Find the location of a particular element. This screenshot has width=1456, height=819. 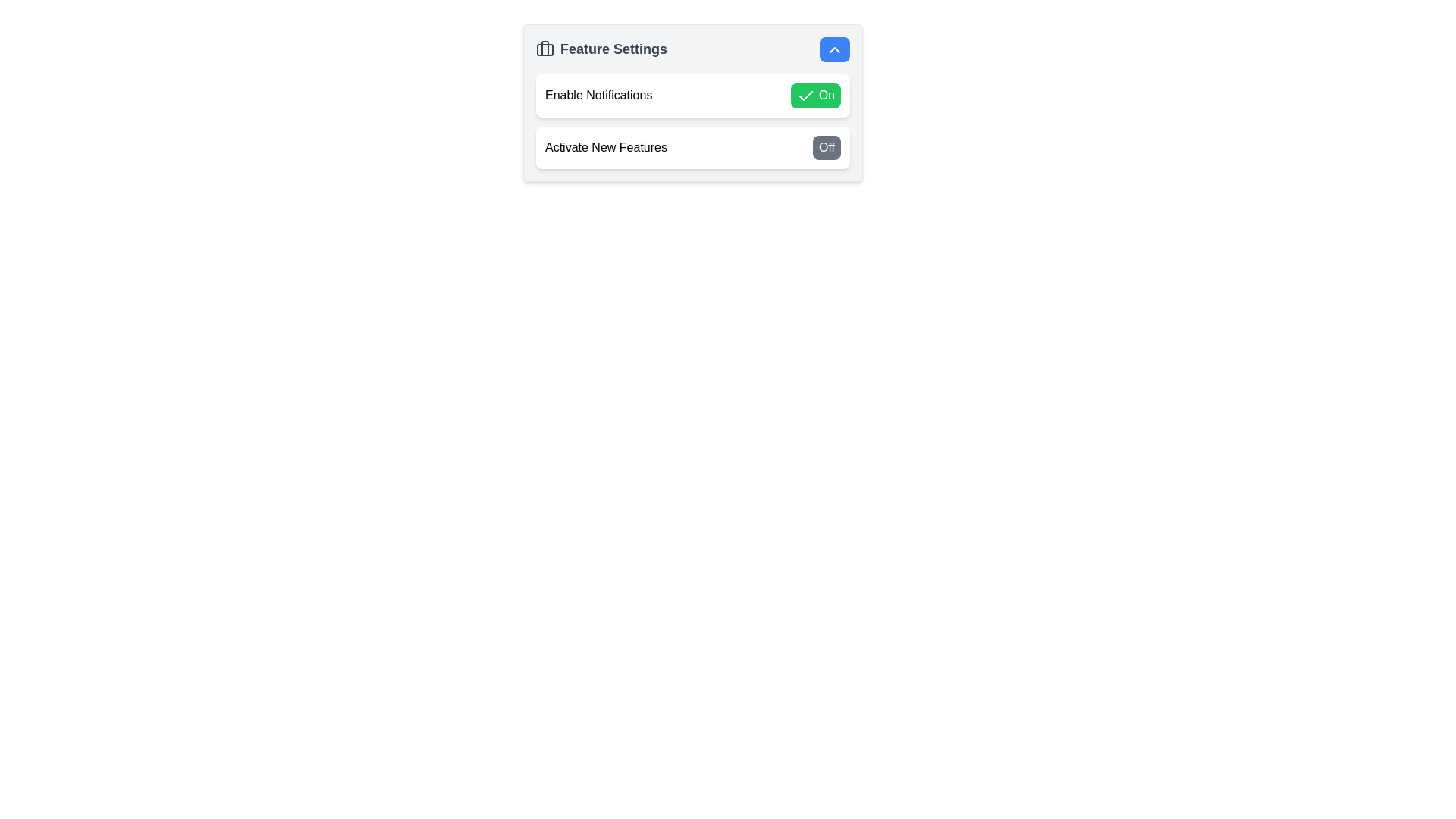

the 'Activate New Features' toggle button is located at coordinates (826, 147).